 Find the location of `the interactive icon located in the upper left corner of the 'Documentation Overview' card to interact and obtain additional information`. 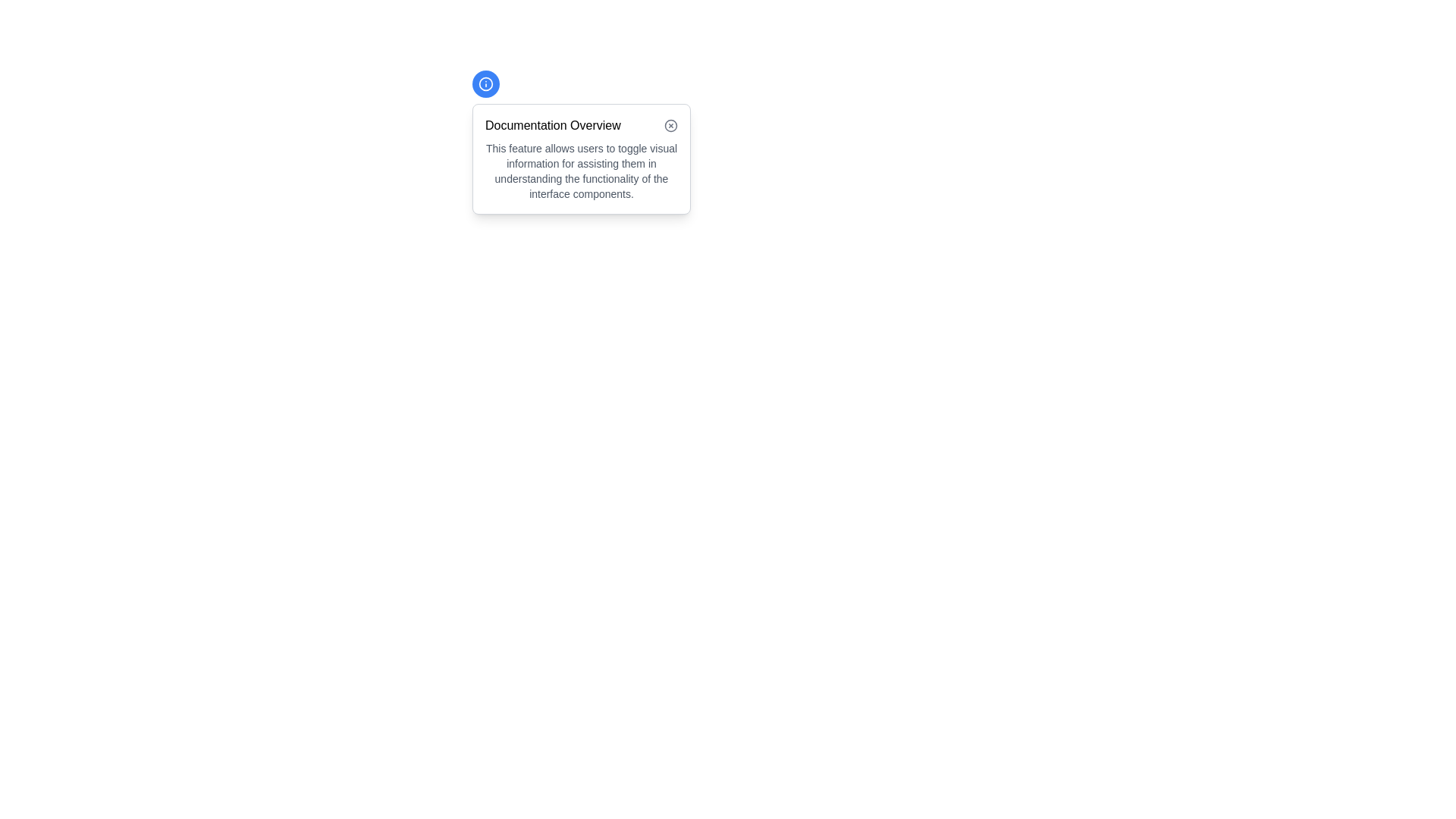

the interactive icon located in the upper left corner of the 'Documentation Overview' card to interact and obtain additional information is located at coordinates (486, 84).